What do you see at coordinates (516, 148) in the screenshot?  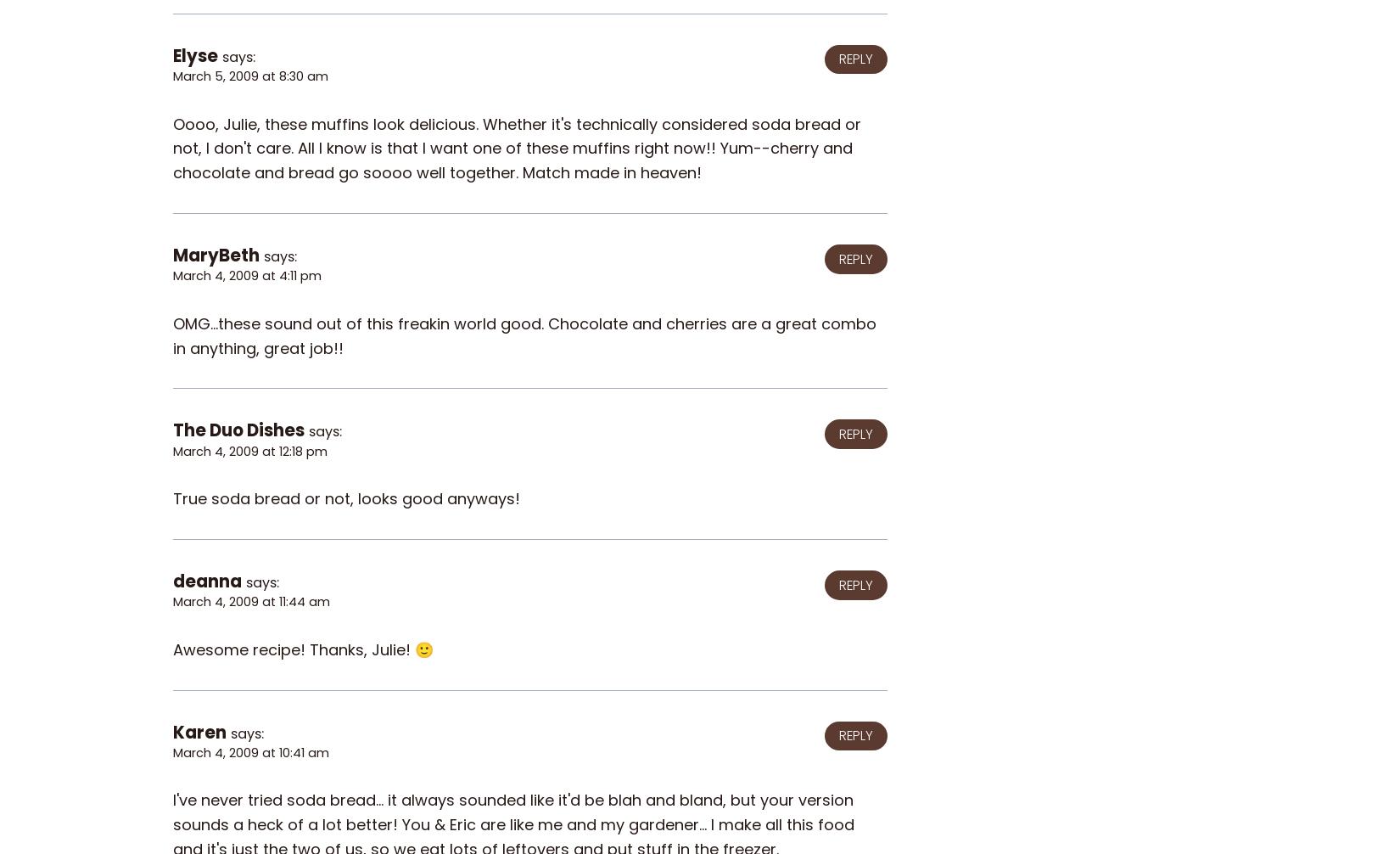 I see `'Oooo, Julie, these muffins look delicious.  Whether it's technically considered soda bread or not, I don't care.  All I know is that I want one of these muffins right now!!  Yum--cherry and chocolate and bread go soooo well together.  Match made in heaven!'` at bounding box center [516, 148].